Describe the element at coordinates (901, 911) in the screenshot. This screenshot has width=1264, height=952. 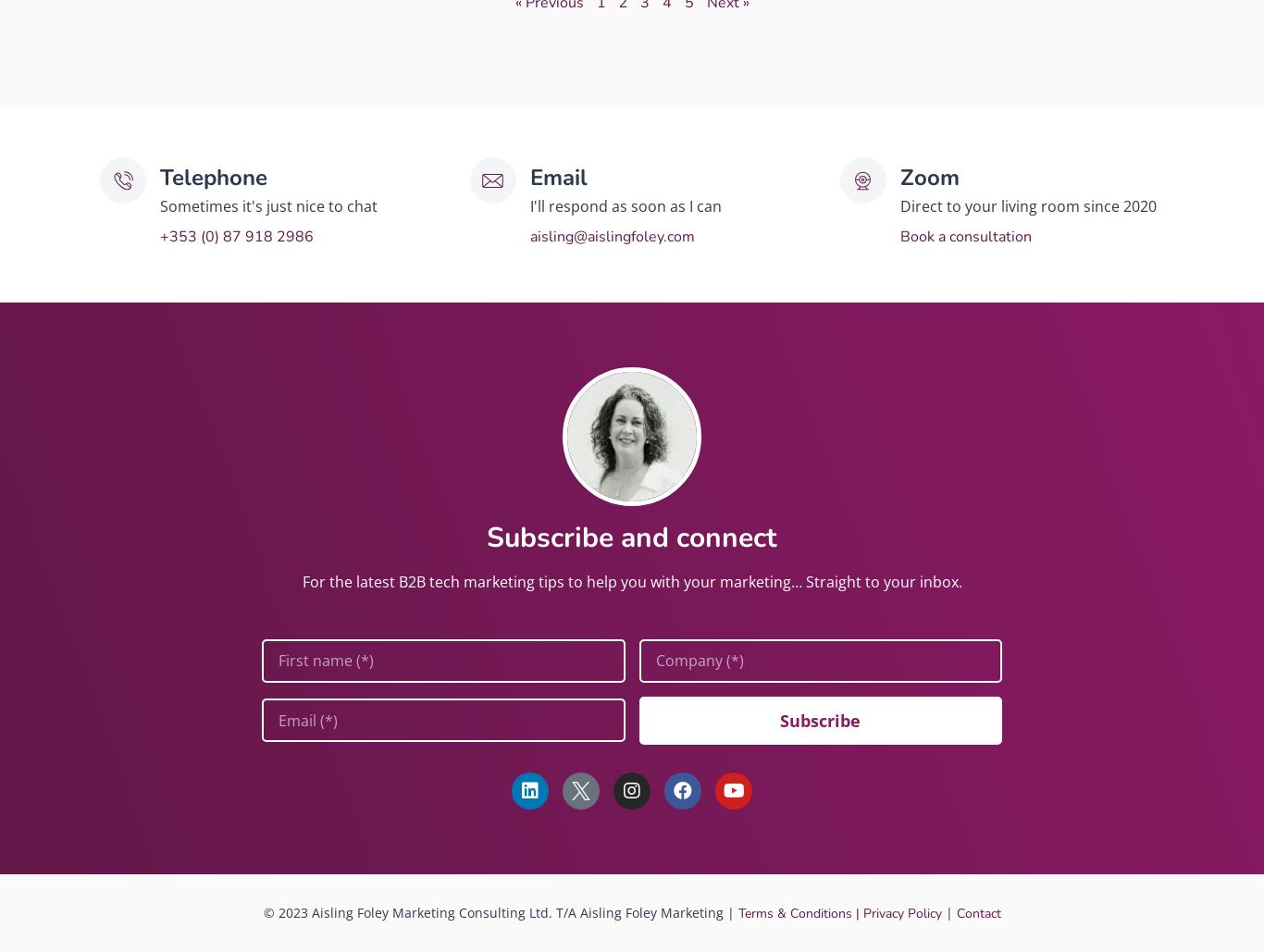
I see `'Privacy Policy'` at that location.